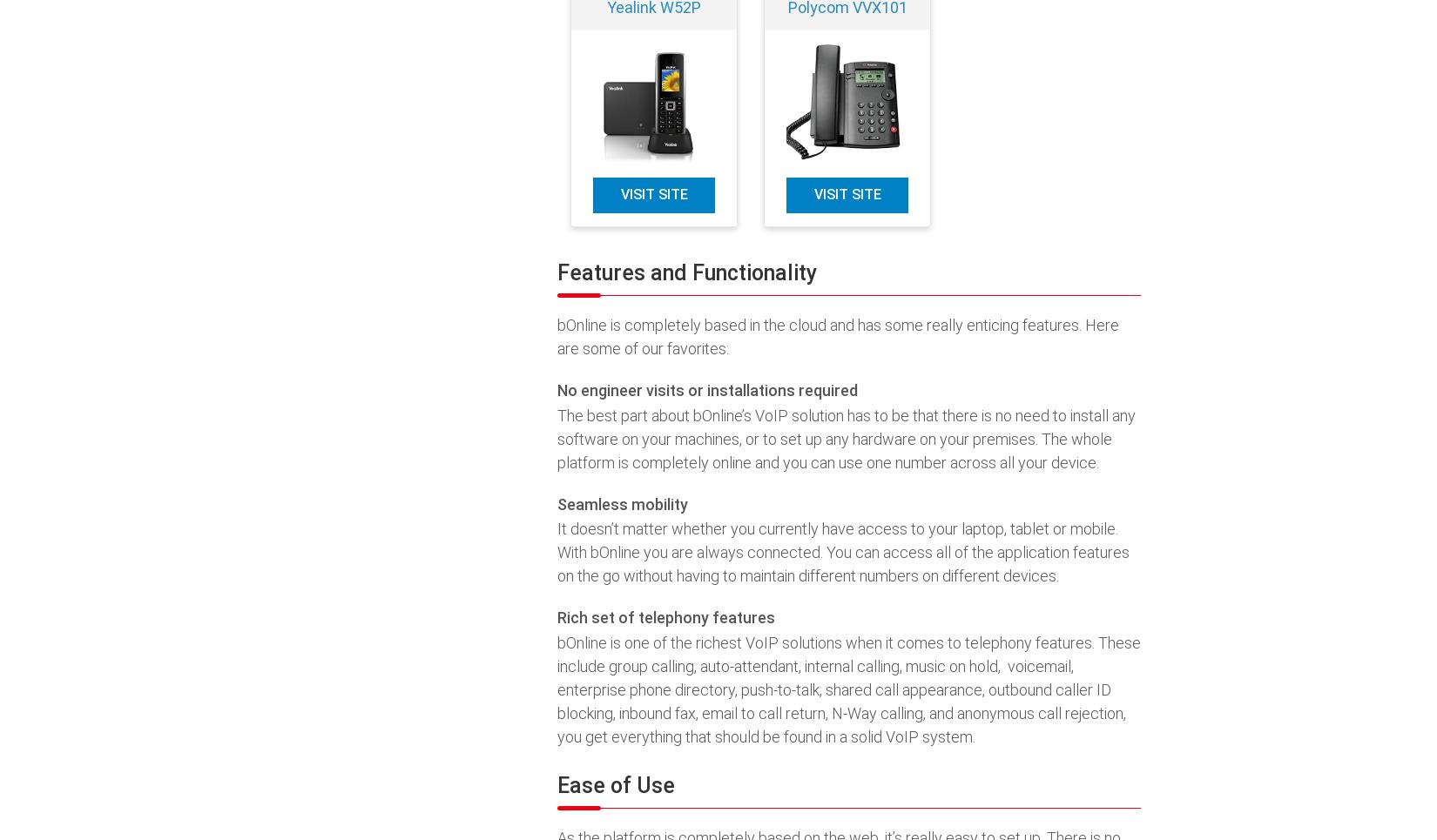  I want to click on 'Features and Functionality', so click(686, 271).